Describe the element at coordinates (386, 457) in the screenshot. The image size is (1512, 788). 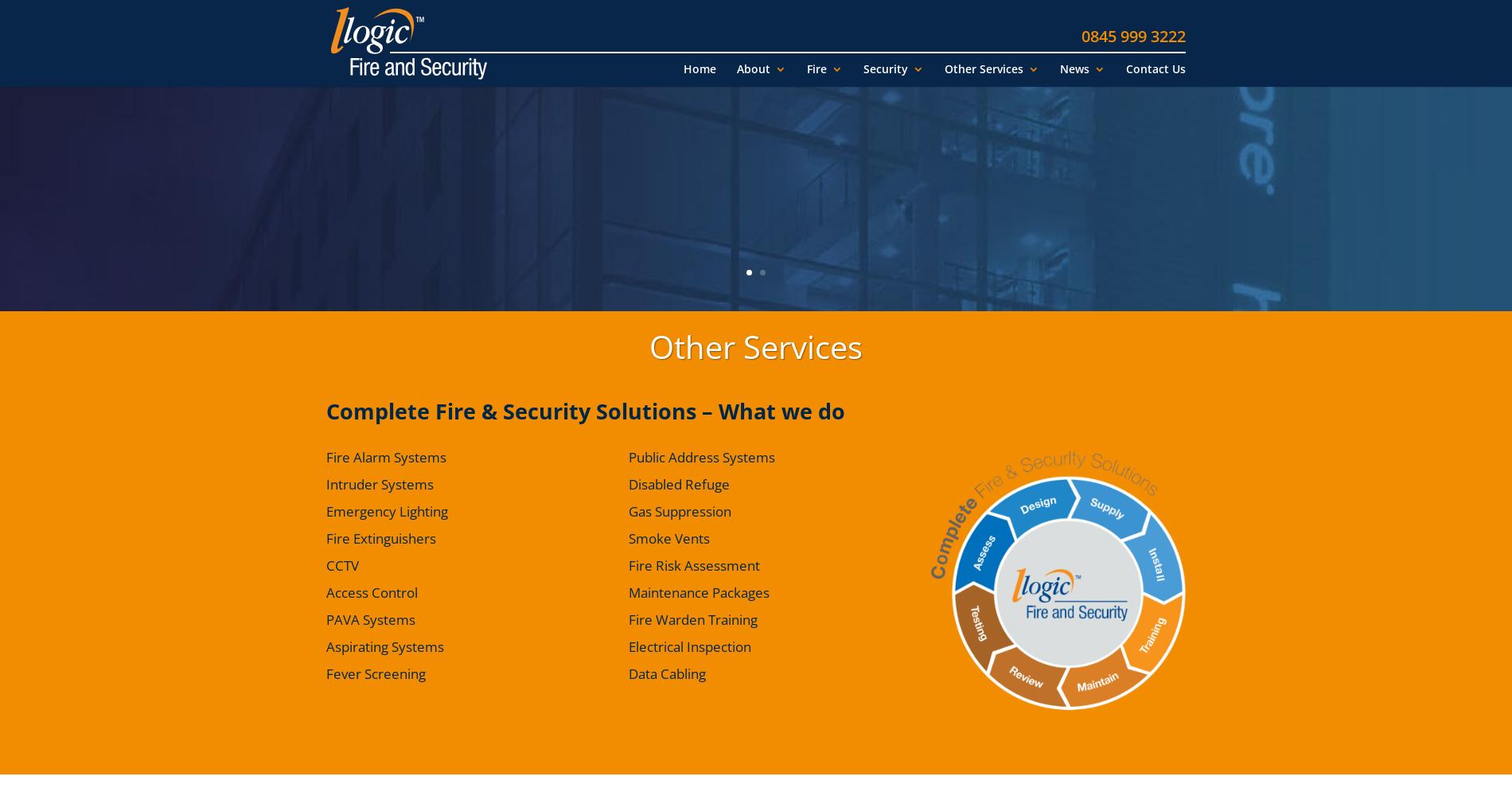
I see `'Fire Alarm Systems'` at that location.